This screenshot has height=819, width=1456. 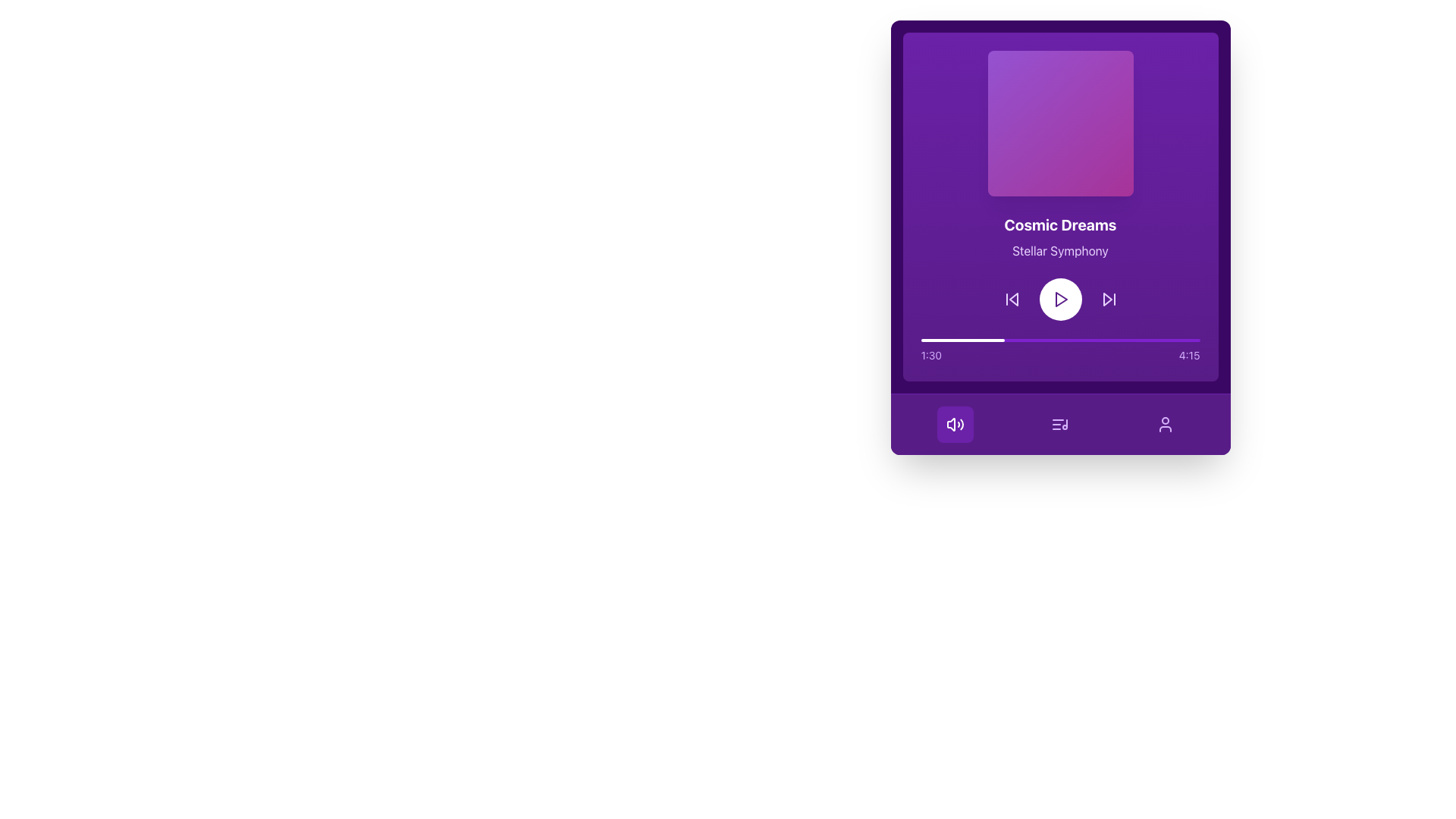 I want to click on the rightmost Icon button with a rounded rectangle shape and a purple background featuring a user icon, so click(x=1165, y=424).